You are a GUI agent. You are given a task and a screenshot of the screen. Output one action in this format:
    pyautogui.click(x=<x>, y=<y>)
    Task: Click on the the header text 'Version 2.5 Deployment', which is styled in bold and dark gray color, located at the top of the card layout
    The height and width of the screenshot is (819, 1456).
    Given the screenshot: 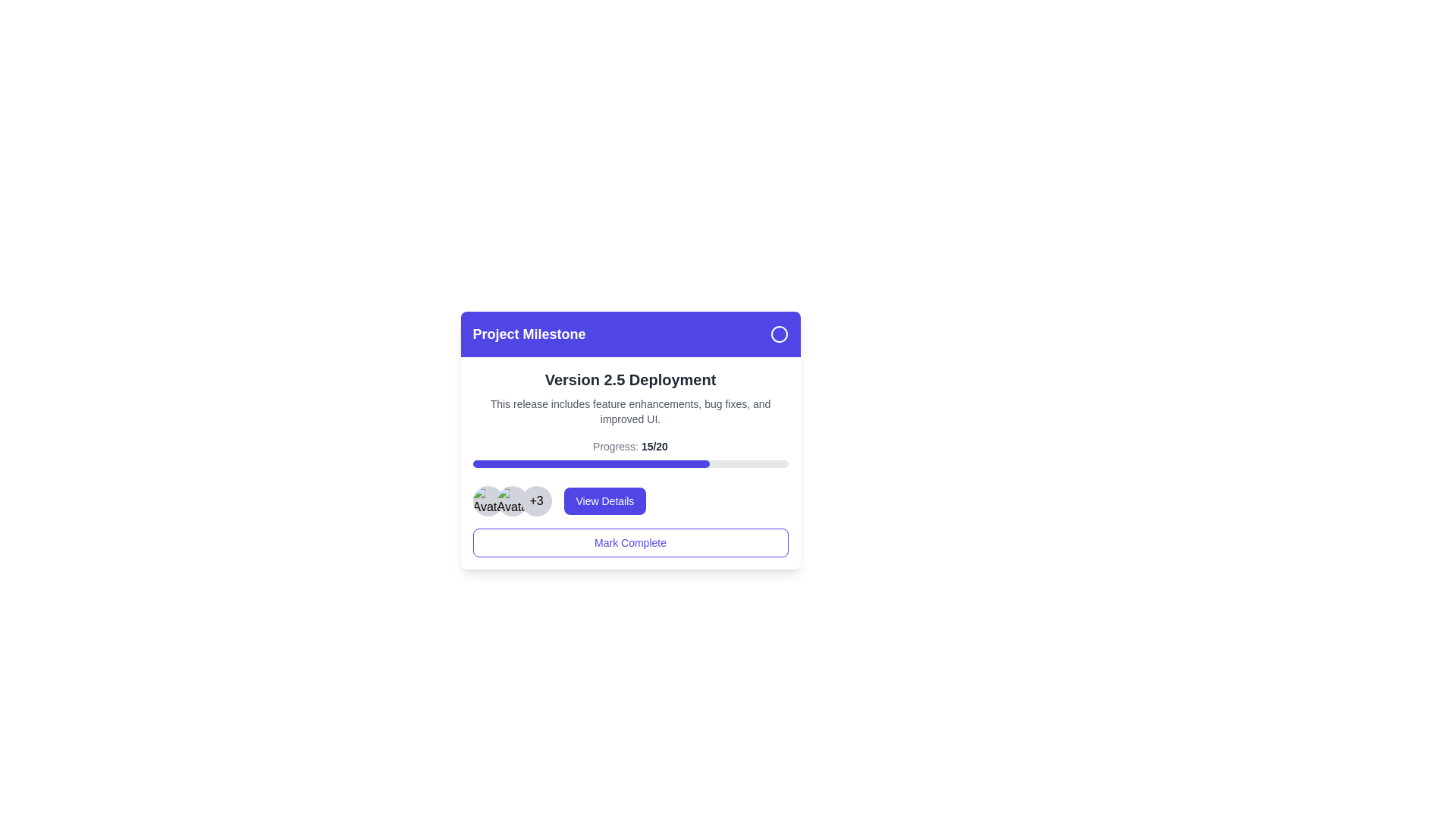 What is the action you would take?
    pyautogui.click(x=630, y=379)
    